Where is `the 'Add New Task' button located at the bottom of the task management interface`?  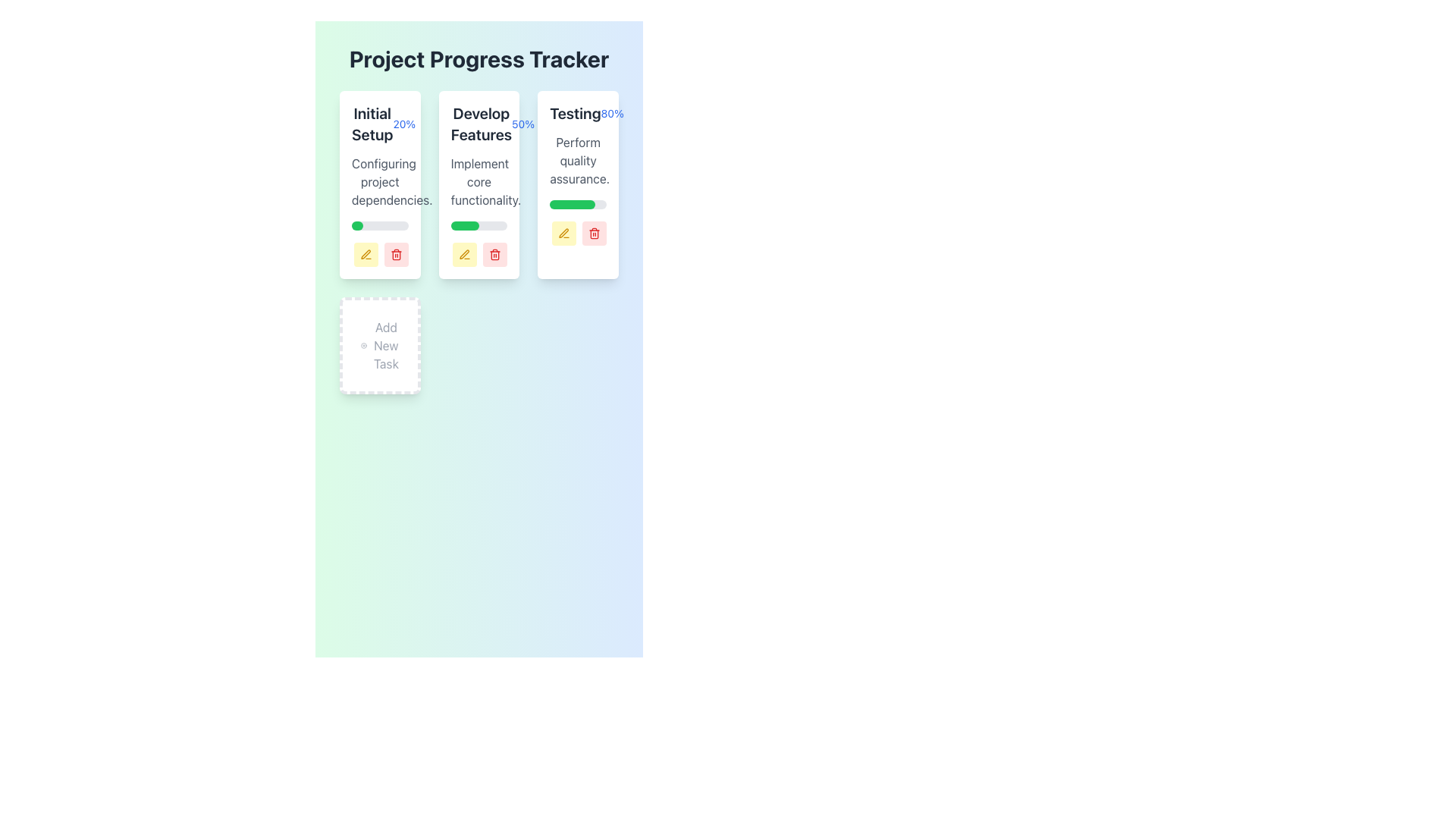
the 'Add New Task' button located at the bottom of the task management interface is located at coordinates (364, 345).